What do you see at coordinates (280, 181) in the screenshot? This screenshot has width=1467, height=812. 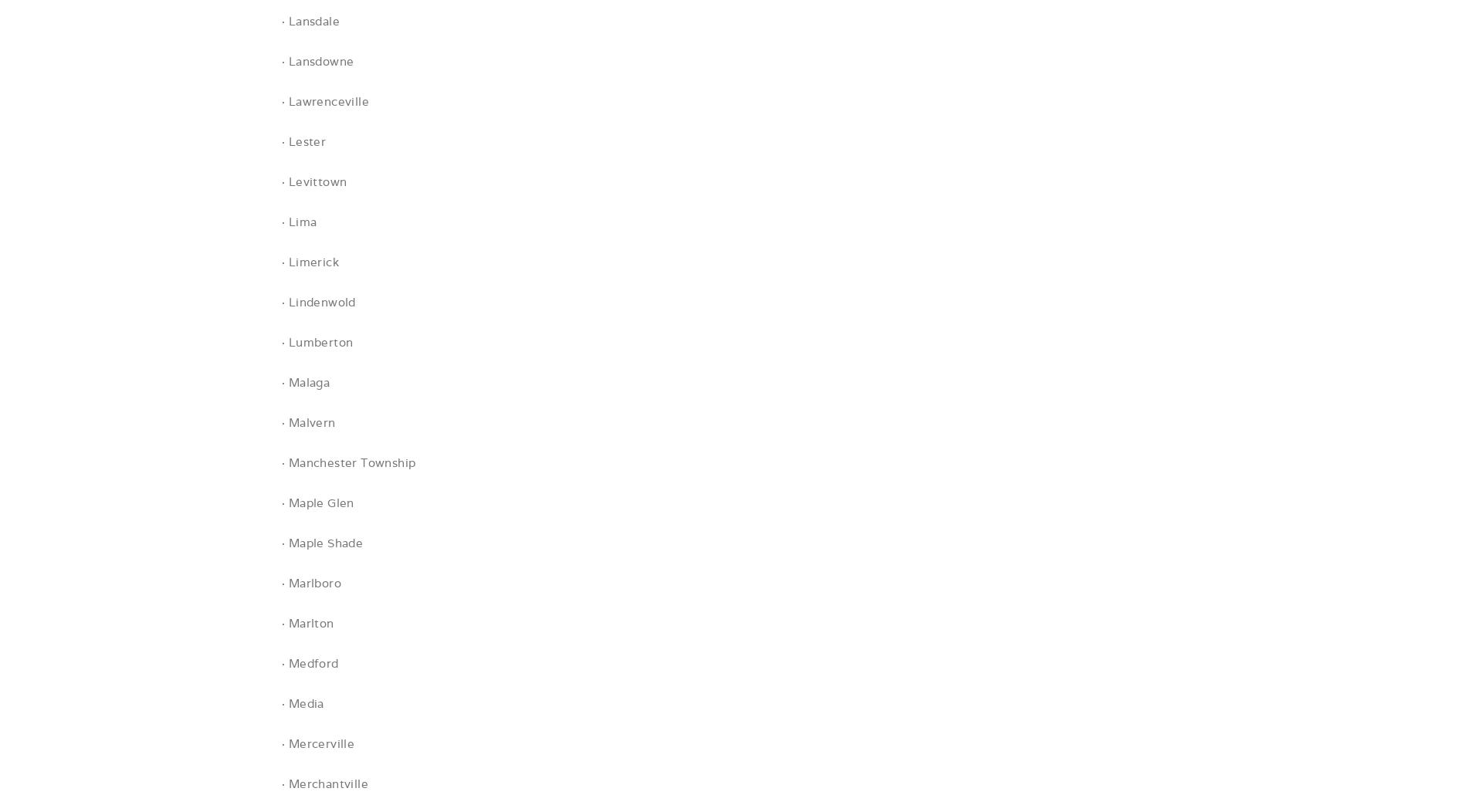 I see `'· Levittown'` at bounding box center [280, 181].